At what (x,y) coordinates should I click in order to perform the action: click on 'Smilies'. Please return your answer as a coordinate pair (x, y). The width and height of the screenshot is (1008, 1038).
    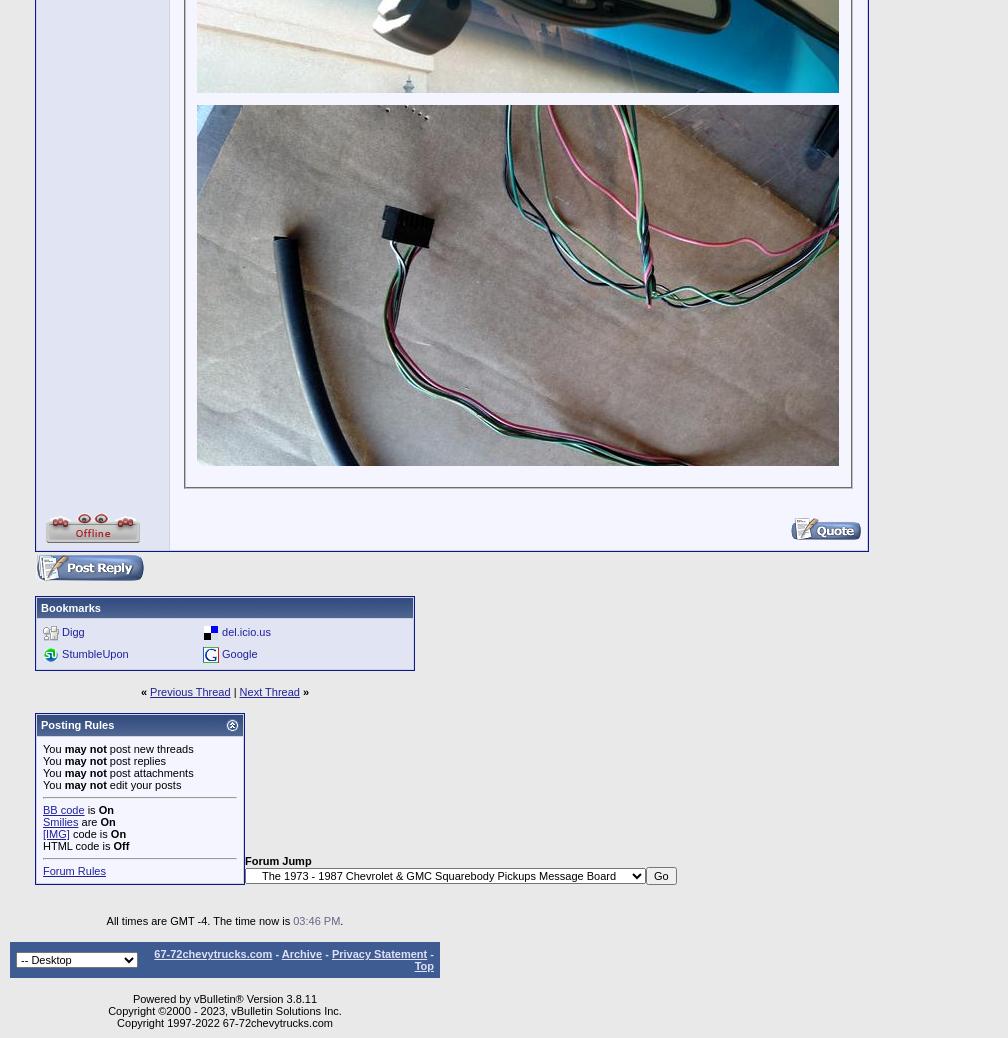
    Looking at the image, I should click on (60, 821).